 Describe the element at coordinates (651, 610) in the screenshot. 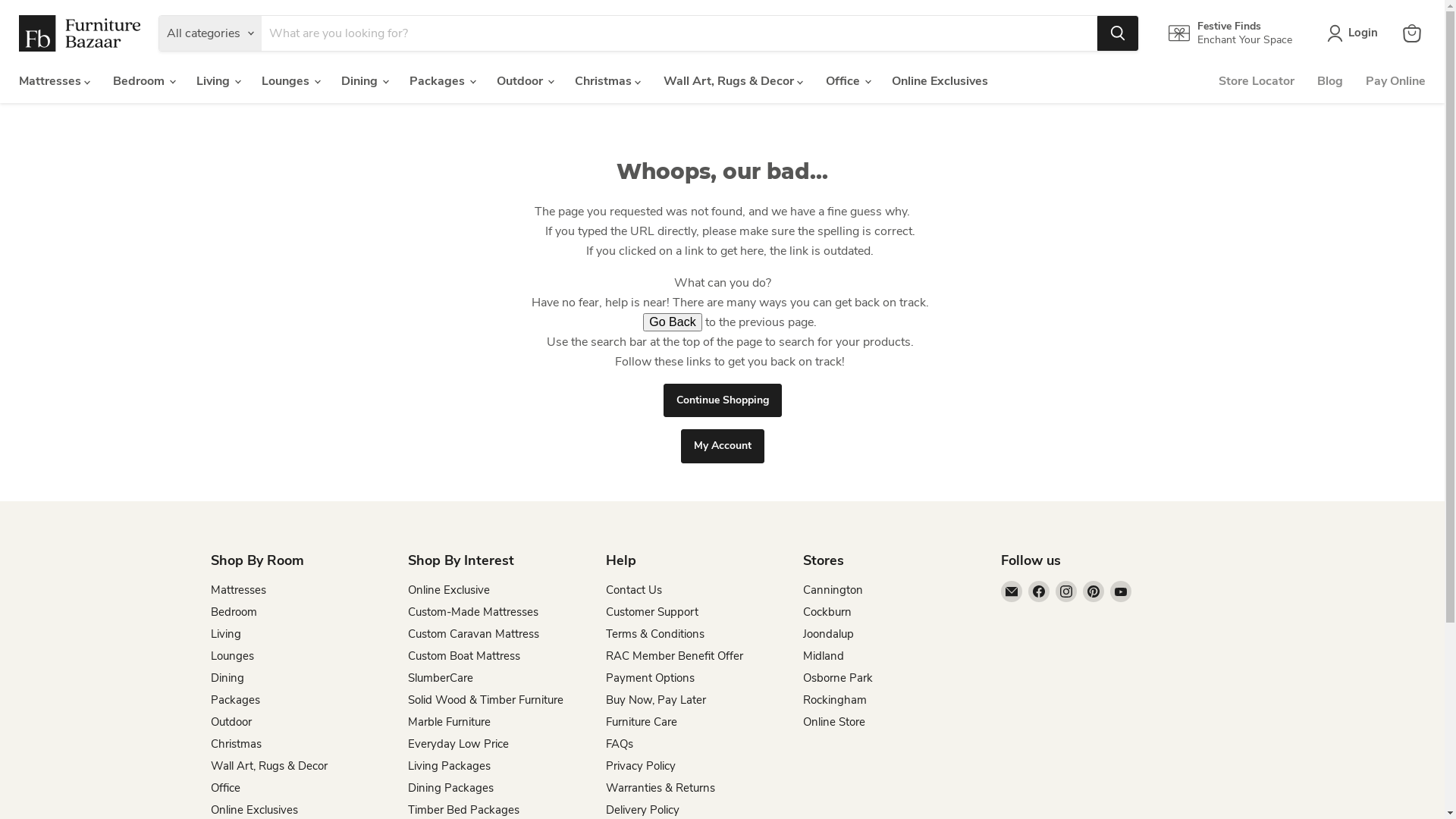

I see `'Customer Support'` at that location.